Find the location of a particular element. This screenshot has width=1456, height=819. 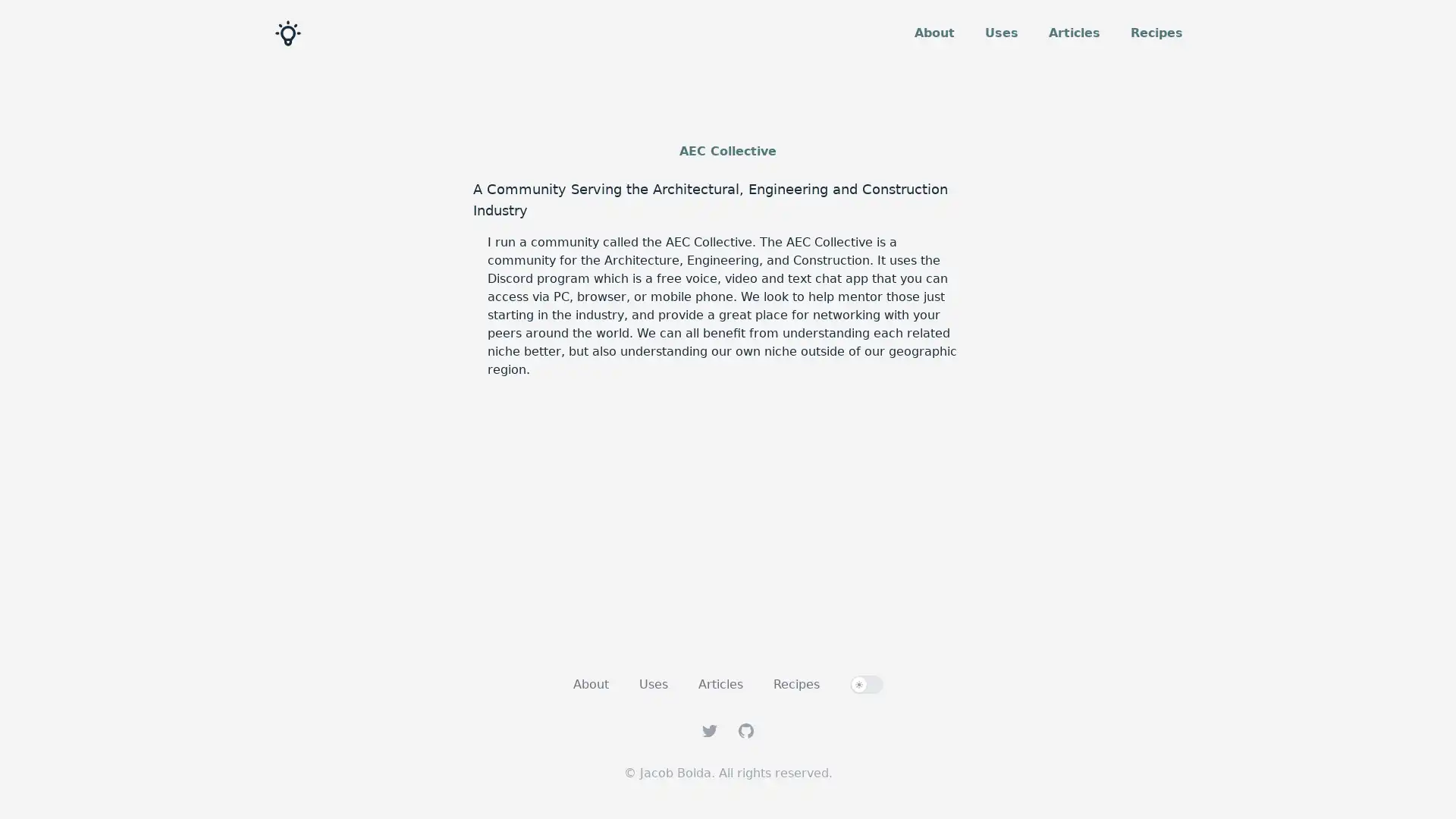

toggle dark mode is located at coordinates (866, 684).